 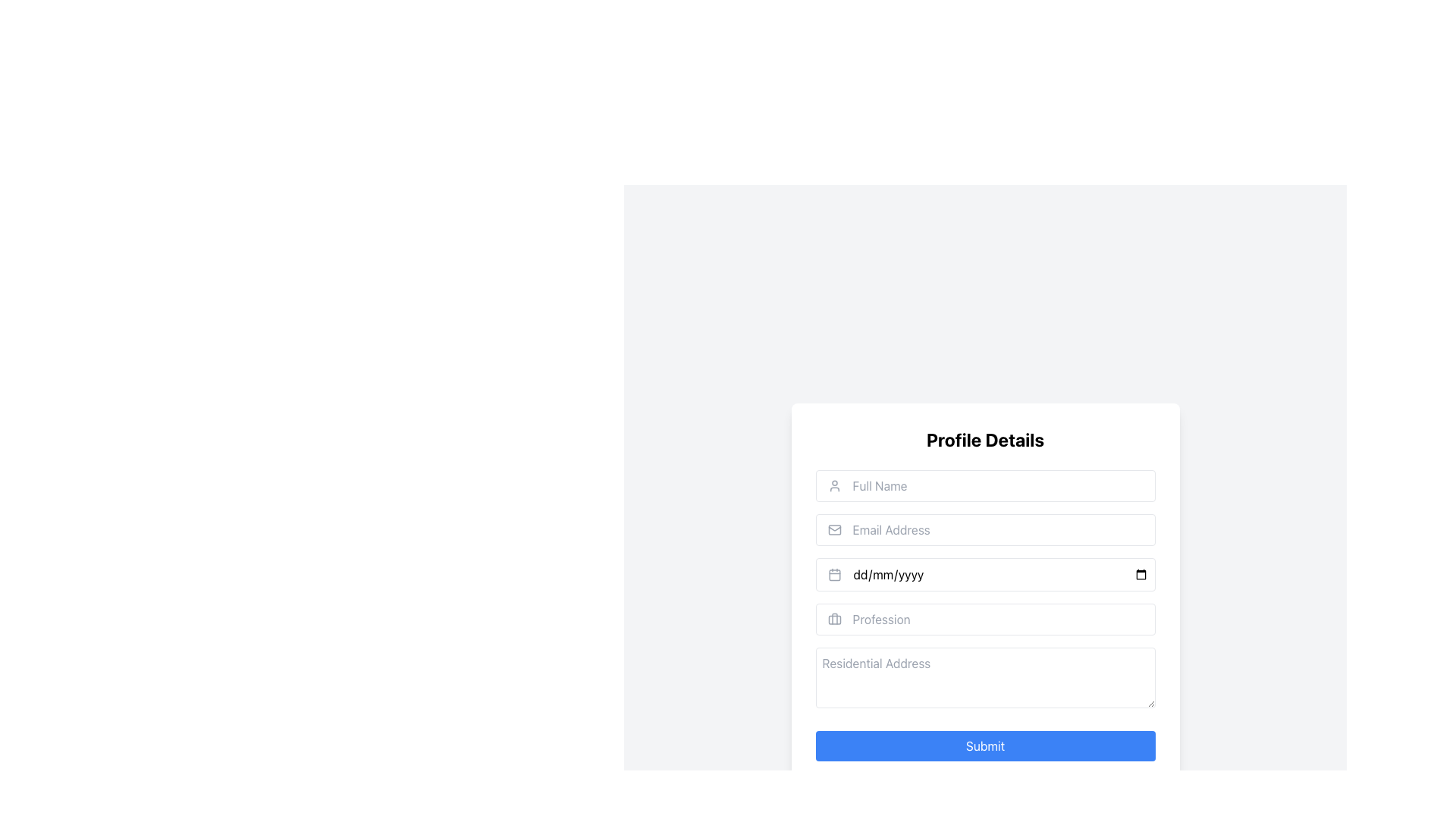 What do you see at coordinates (833, 485) in the screenshot?
I see `the user profile icon, which is a gray outline of a person's upper body, positioned slightly to the left of the 'Full Name' input field` at bounding box center [833, 485].